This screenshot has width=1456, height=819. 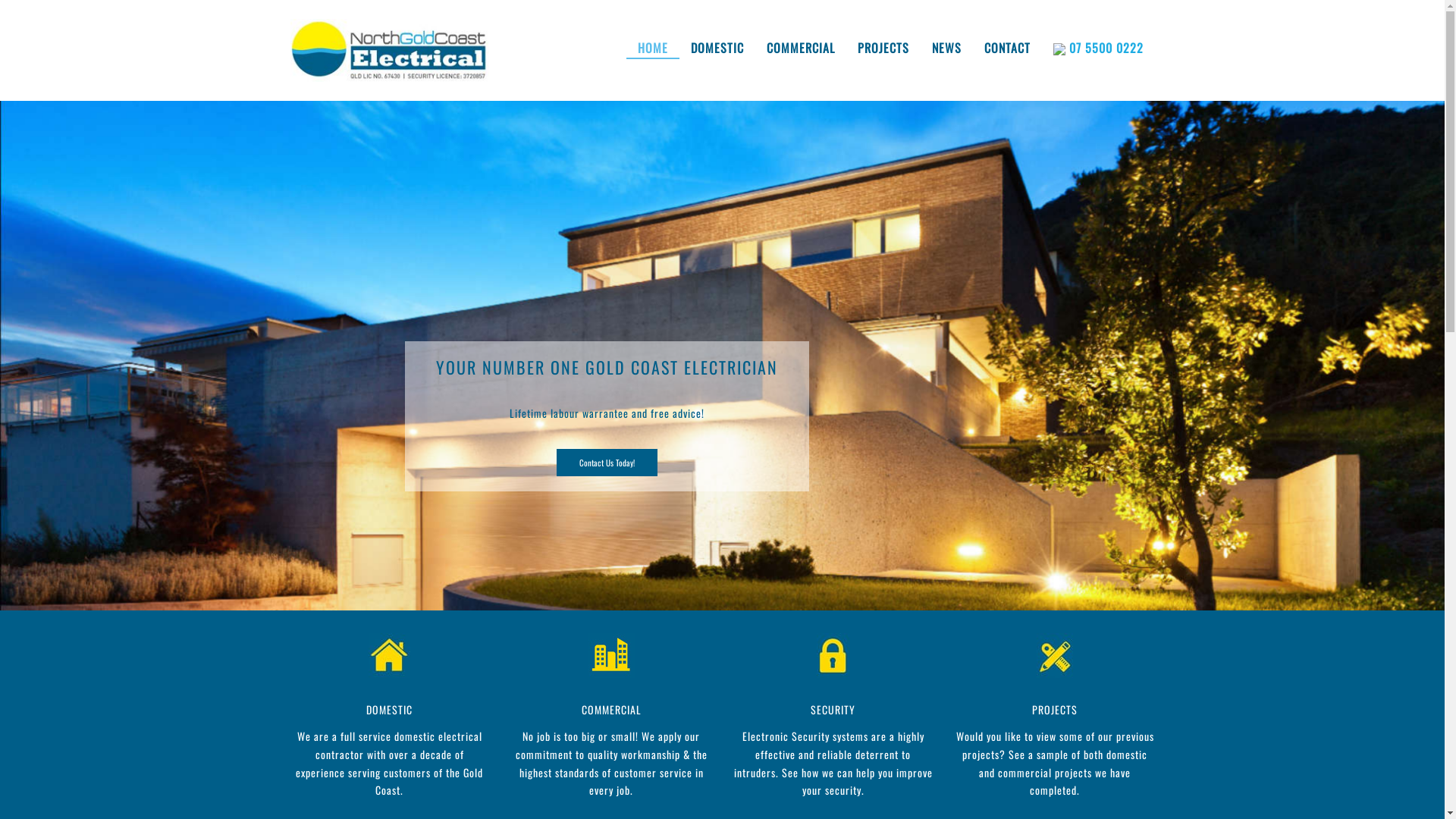 What do you see at coordinates (652, 48) in the screenshot?
I see `'HOME'` at bounding box center [652, 48].